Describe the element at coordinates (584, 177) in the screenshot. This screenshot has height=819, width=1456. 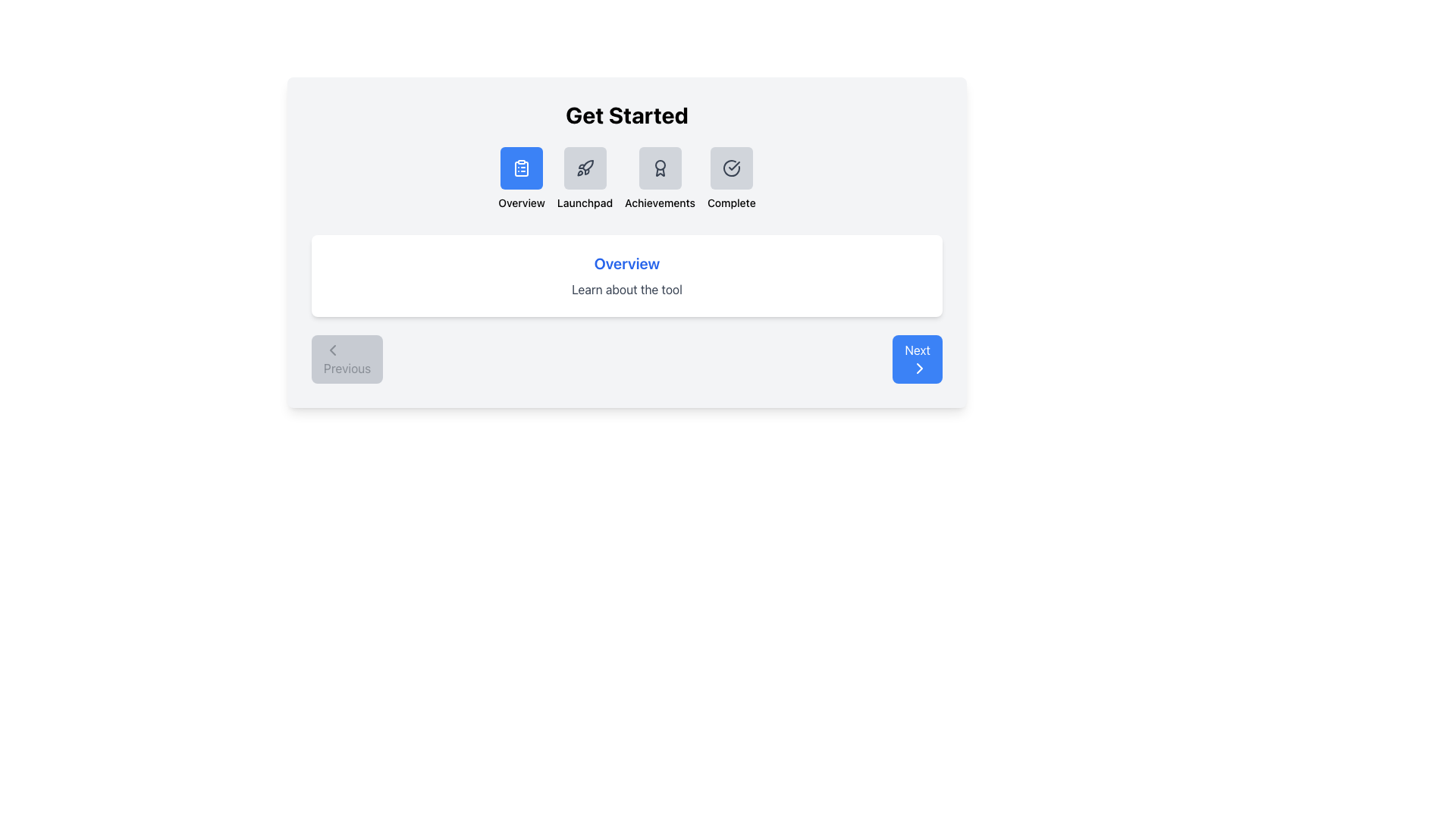
I see `the 'Launchpad' button` at that location.